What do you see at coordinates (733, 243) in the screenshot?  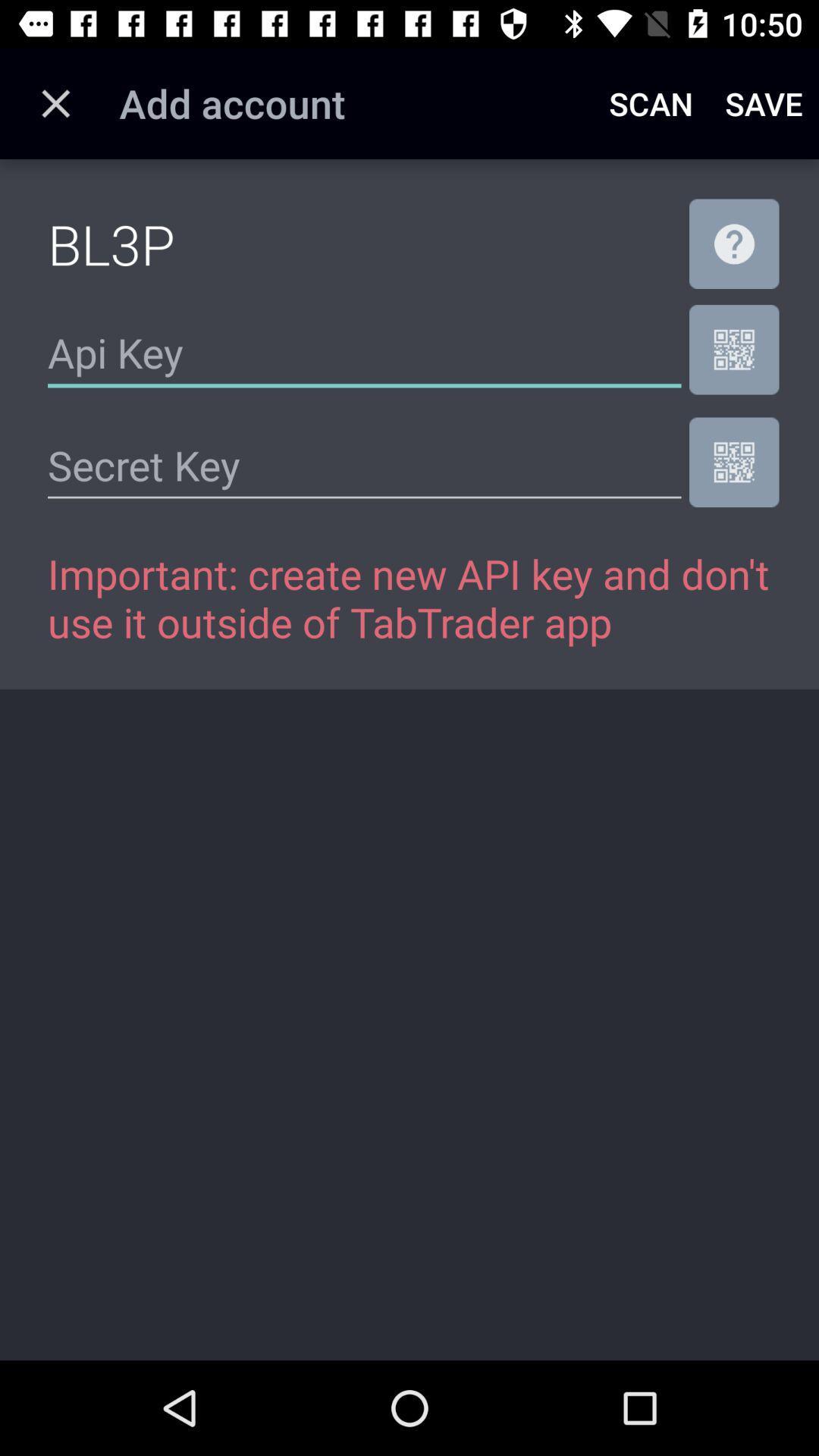 I see `icon next to bl3p item` at bounding box center [733, 243].